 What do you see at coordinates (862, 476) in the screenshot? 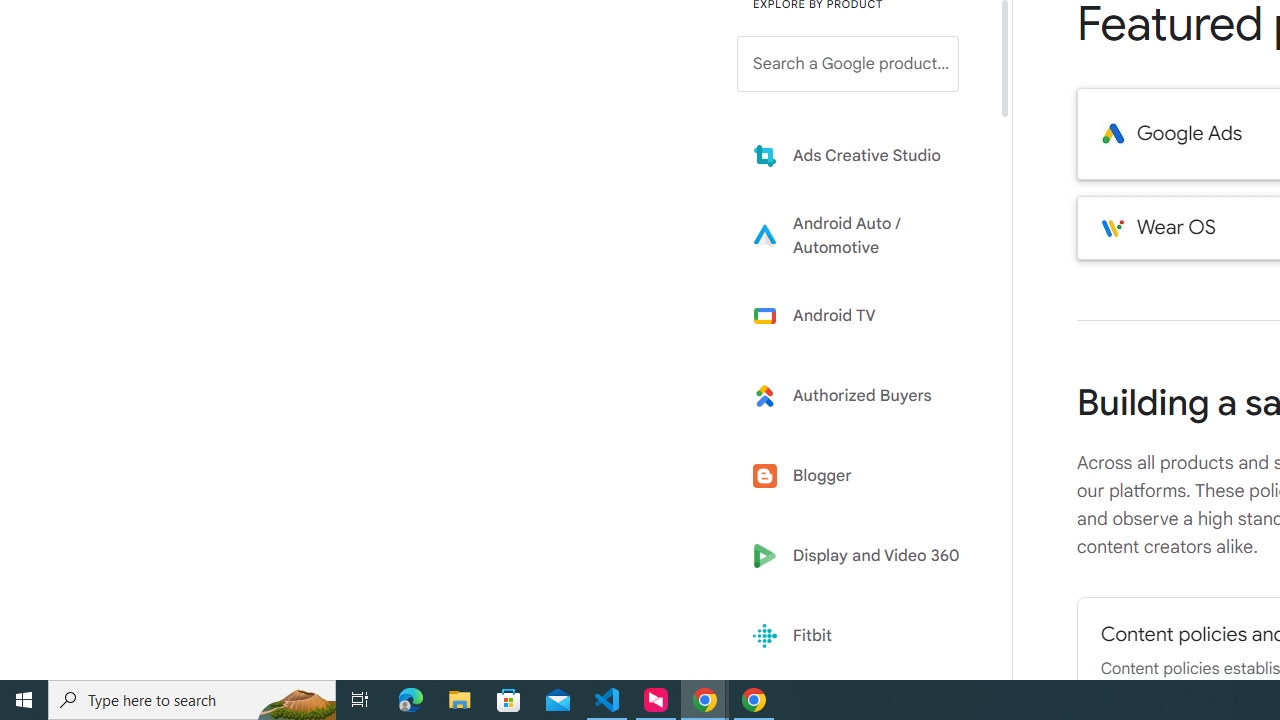
I see `'Blogger'` at bounding box center [862, 476].